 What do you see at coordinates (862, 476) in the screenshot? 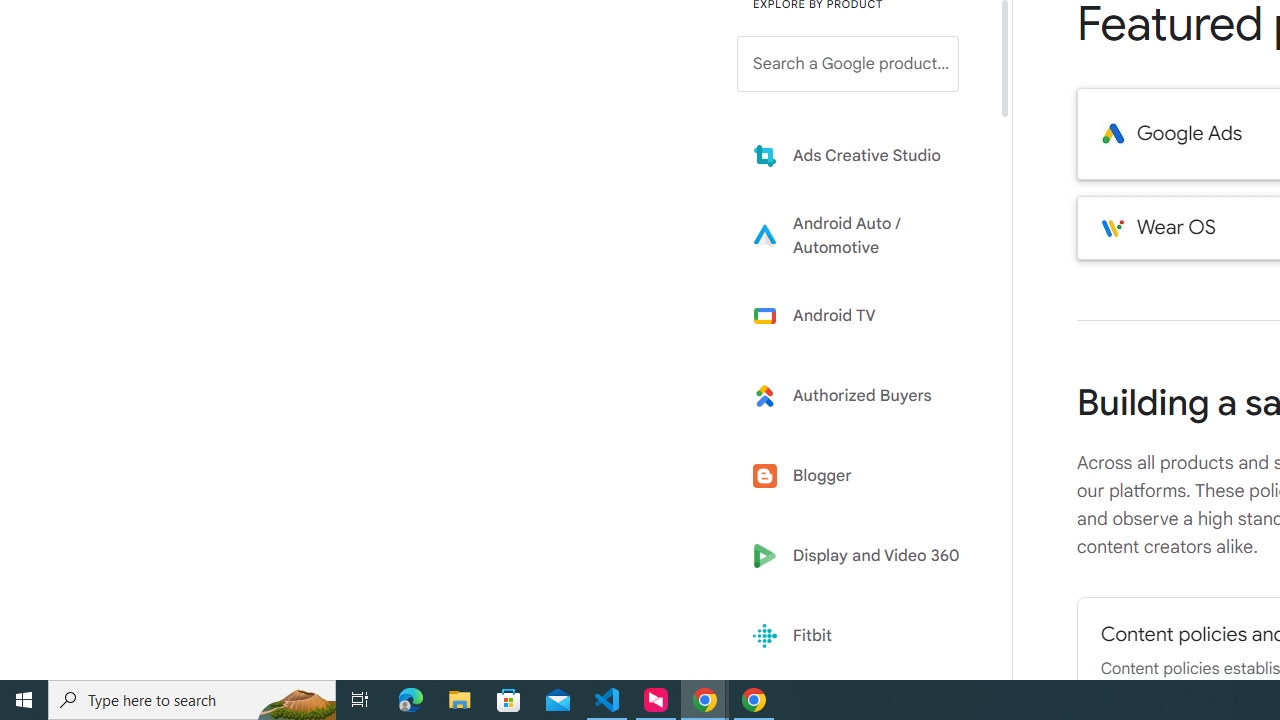
I see `'Blogger'` at bounding box center [862, 476].